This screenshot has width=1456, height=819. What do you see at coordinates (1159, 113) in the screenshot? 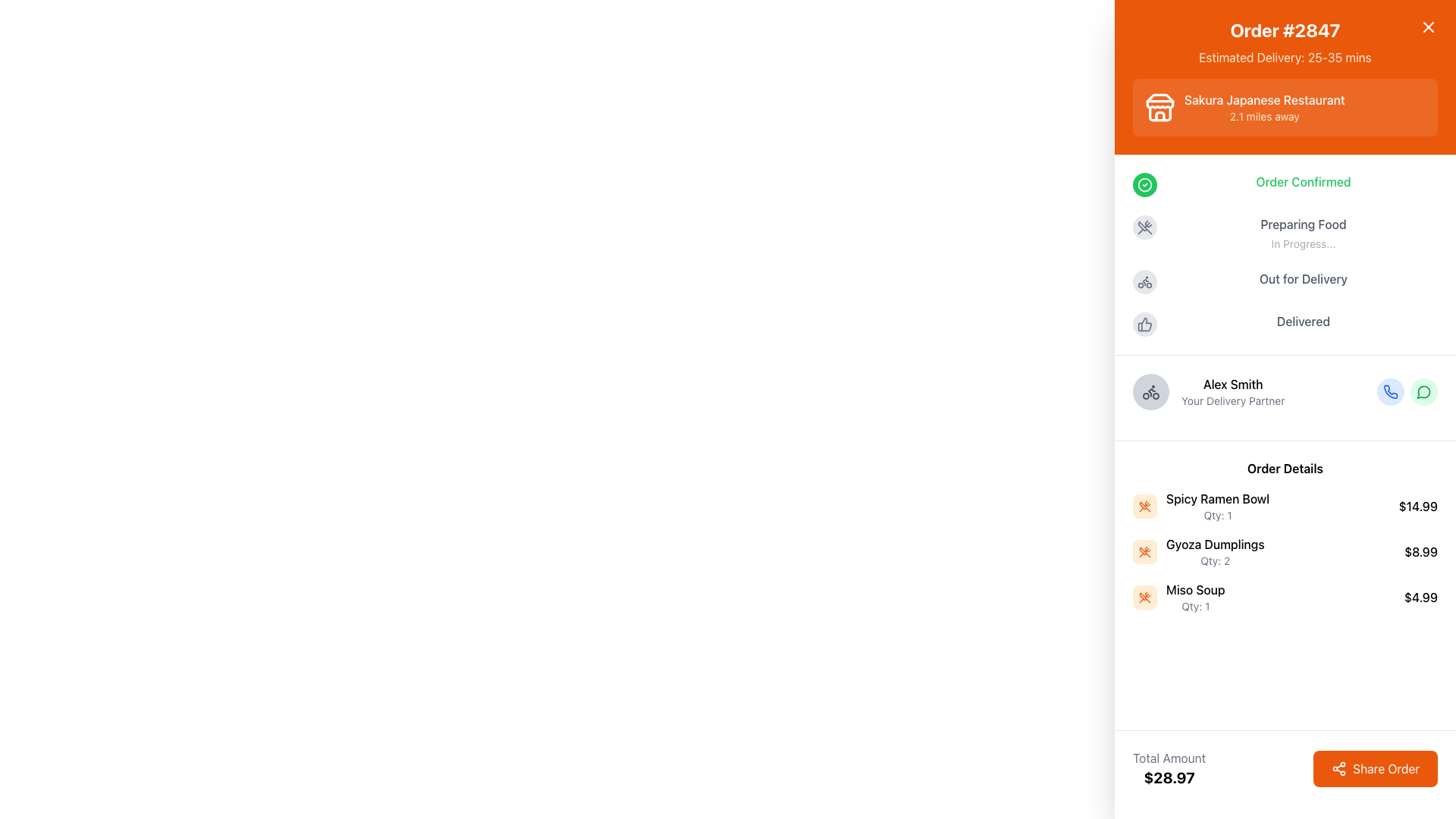
I see `the rectangular graphical icon resembling a building or storefront, located in the orange header section of the sidebar beside 'Sakura Japanese Restaurant'` at bounding box center [1159, 113].